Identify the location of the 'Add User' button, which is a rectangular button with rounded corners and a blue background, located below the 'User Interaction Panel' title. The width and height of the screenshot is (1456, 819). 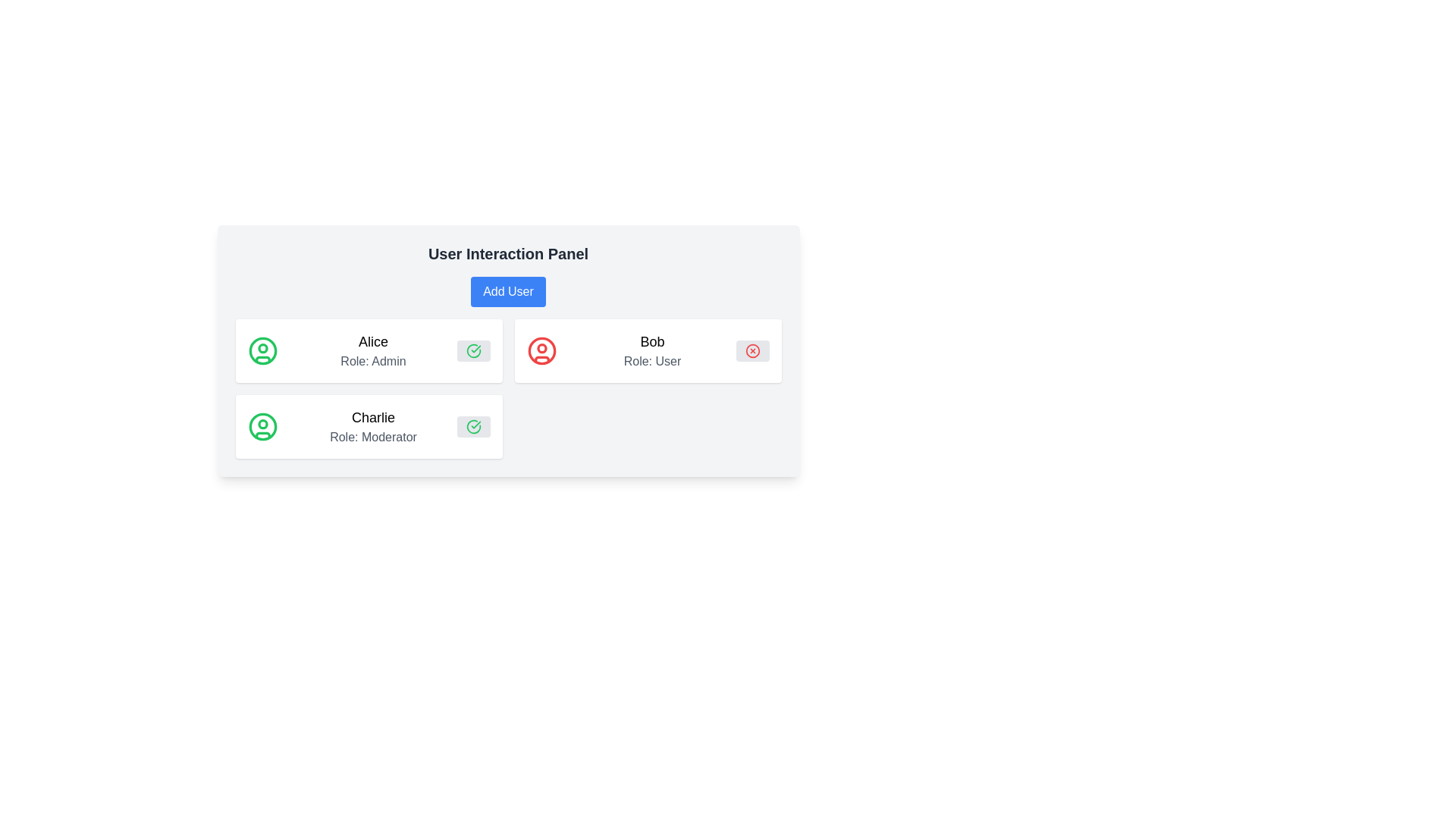
(508, 292).